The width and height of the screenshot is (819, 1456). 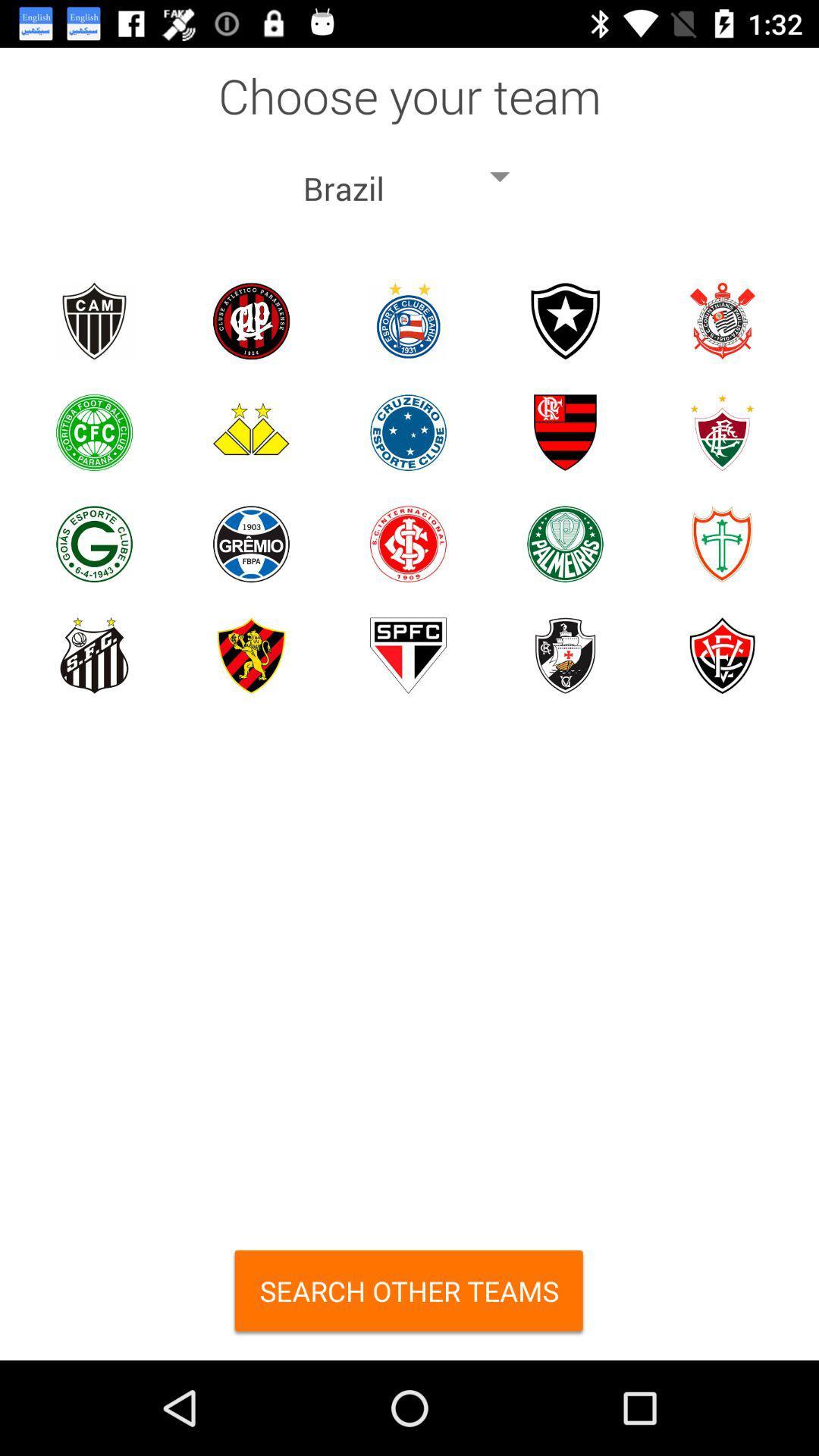 What do you see at coordinates (565, 655) in the screenshot?
I see `see info for this team` at bounding box center [565, 655].